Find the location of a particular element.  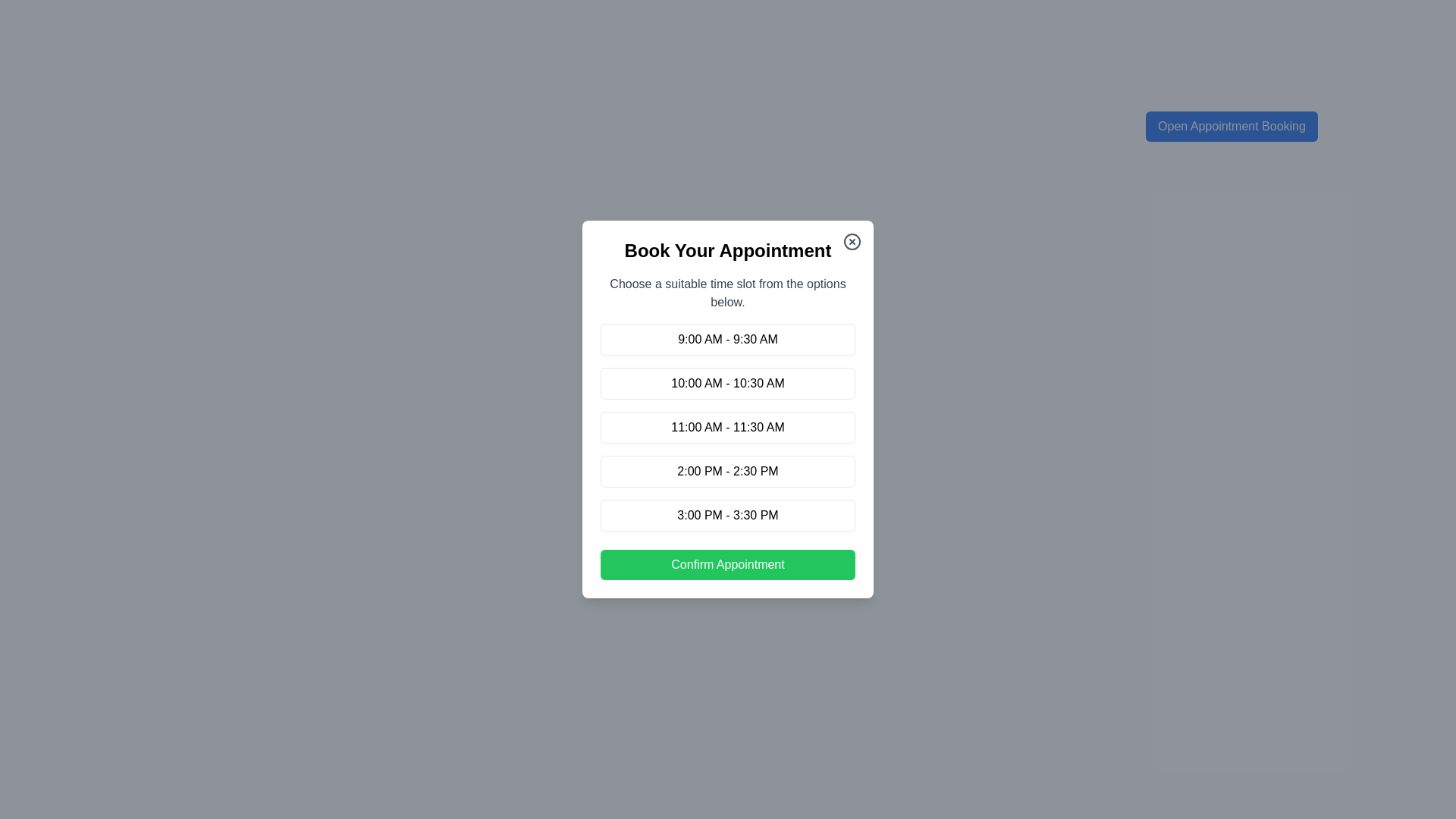

the button with a blue background and white text that reads 'Open Appointment Booking' is located at coordinates (1232, 125).